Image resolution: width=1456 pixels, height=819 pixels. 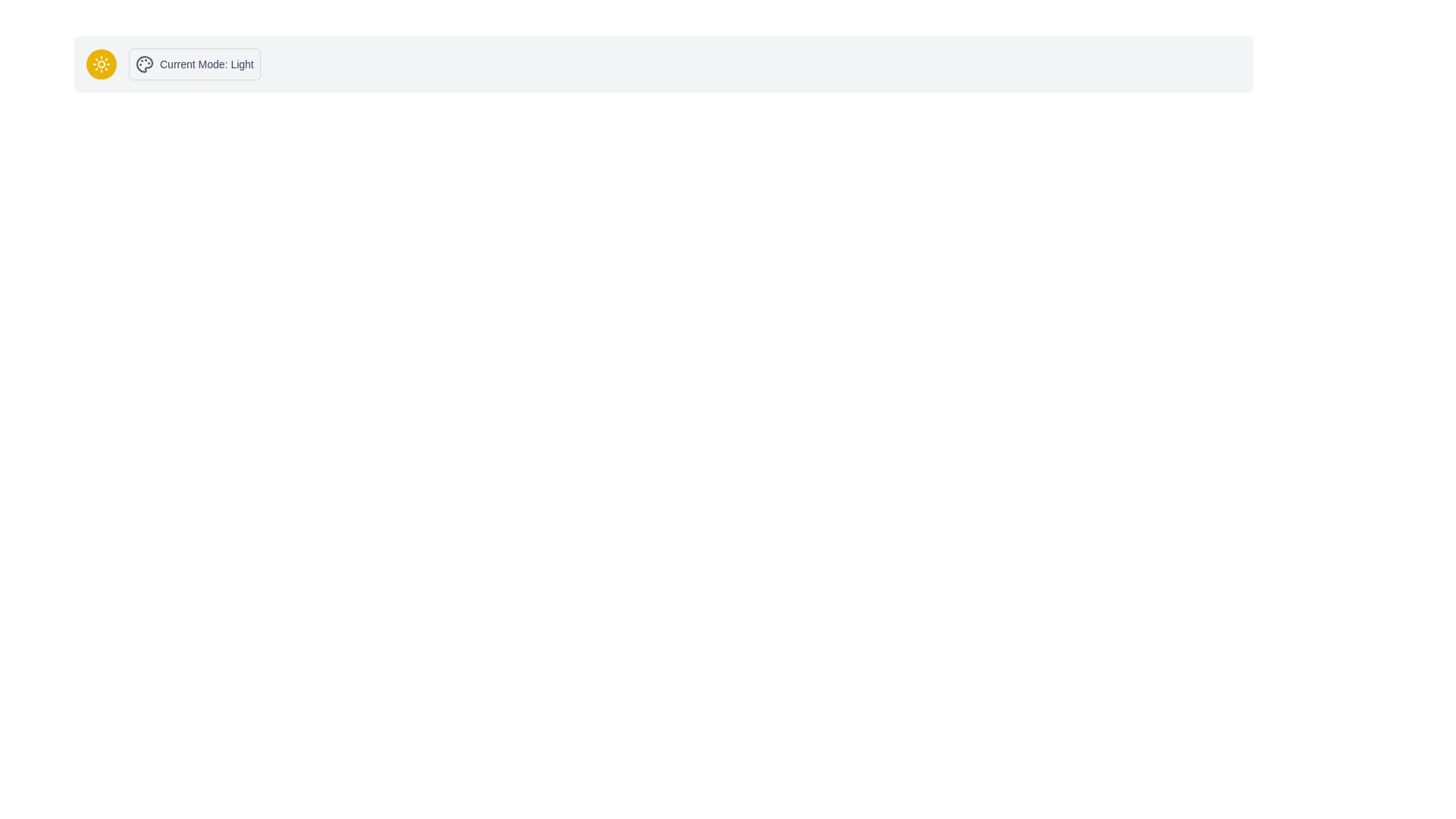 I want to click on the informational display that indicates the current mode setting (either 'Light' or 'Dark'), which is located to the right of a circular button with a sun icon, so click(x=193, y=63).